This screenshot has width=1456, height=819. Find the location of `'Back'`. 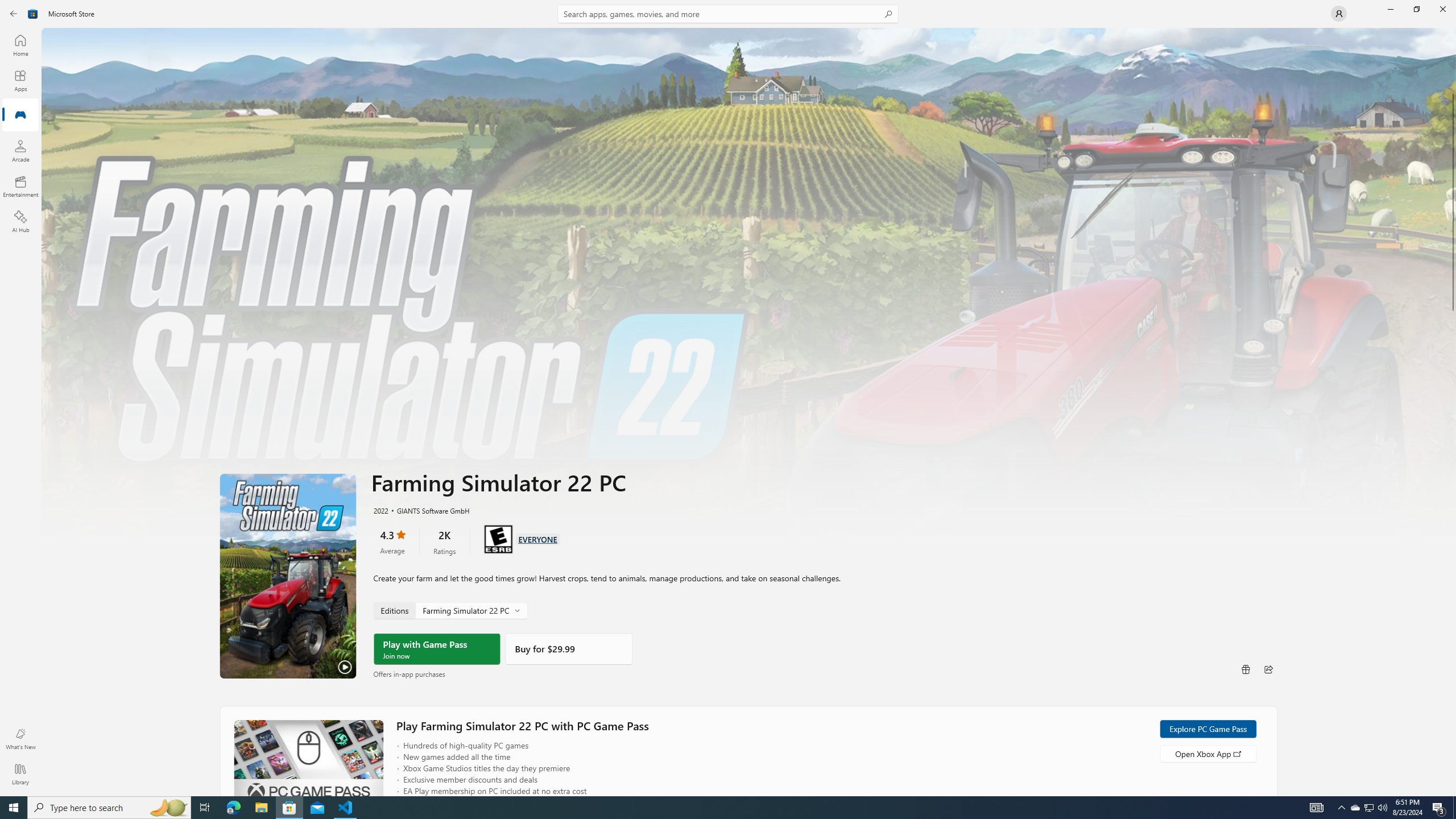

'Back' is located at coordinates (14, 13).